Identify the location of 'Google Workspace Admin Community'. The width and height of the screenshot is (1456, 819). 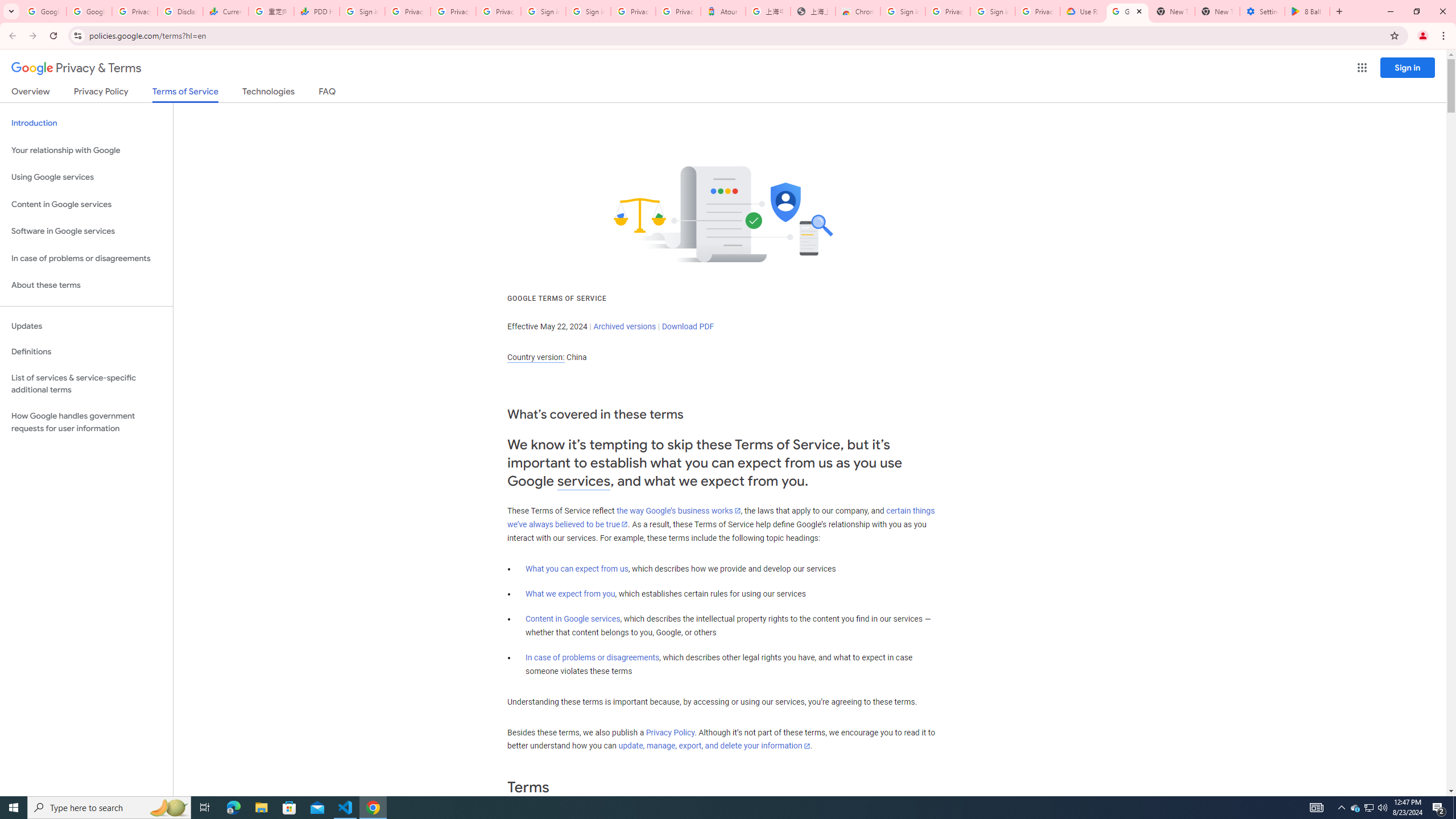
(43, 11).